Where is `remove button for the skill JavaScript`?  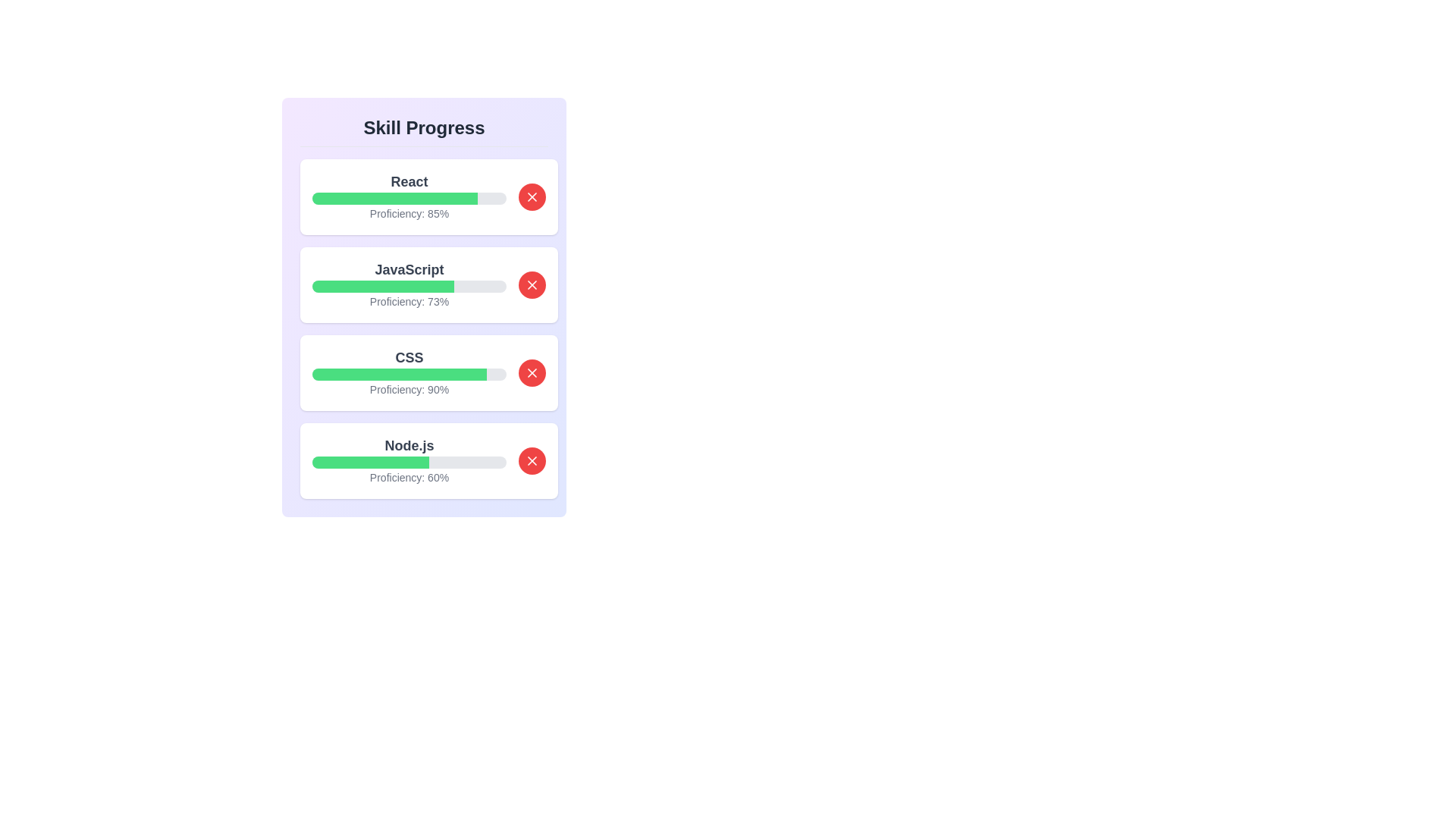
remove button for the skill JavaScript is located at coordinates (532, 284).